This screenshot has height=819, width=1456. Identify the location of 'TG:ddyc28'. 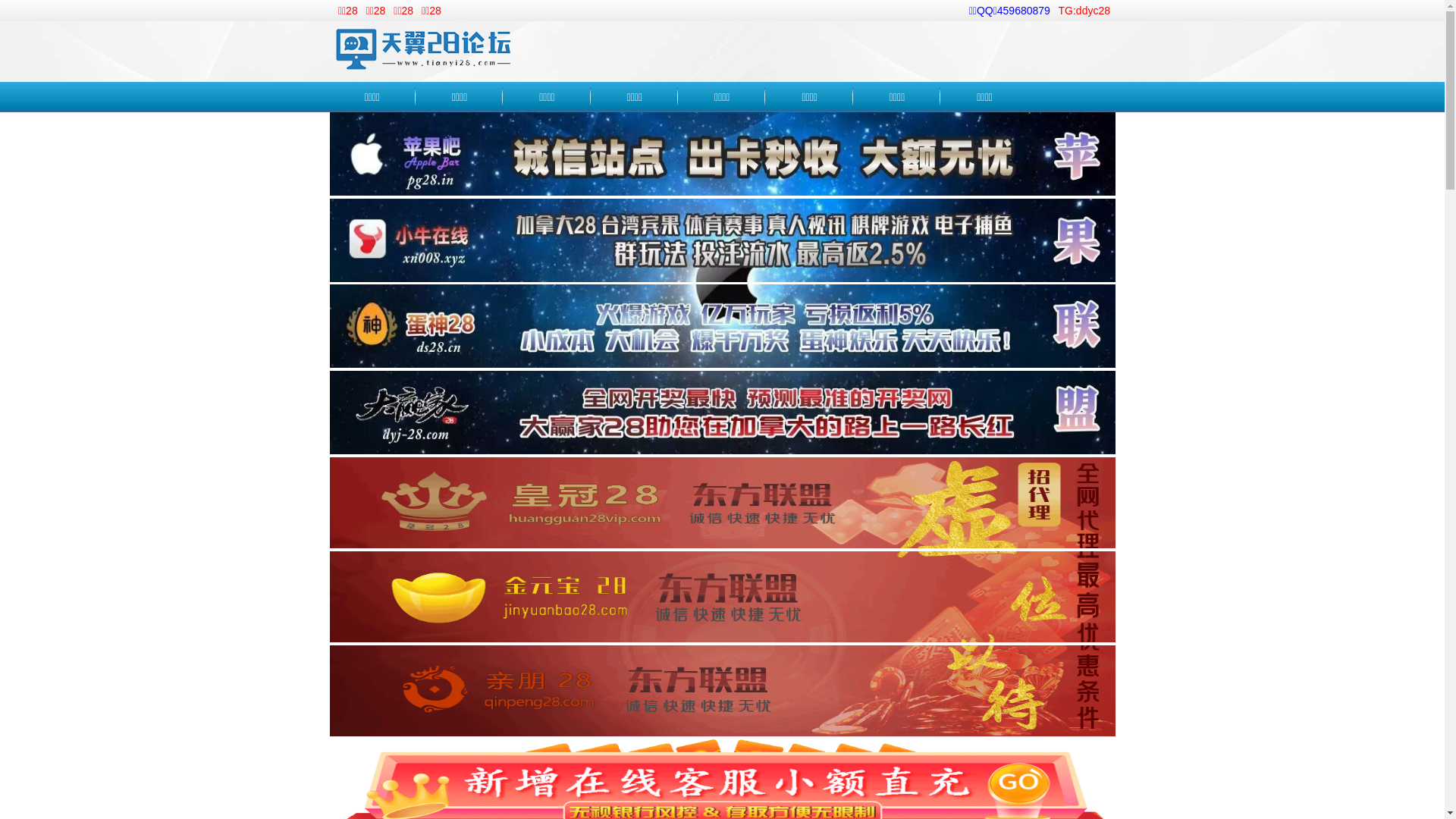
(1084, 11).